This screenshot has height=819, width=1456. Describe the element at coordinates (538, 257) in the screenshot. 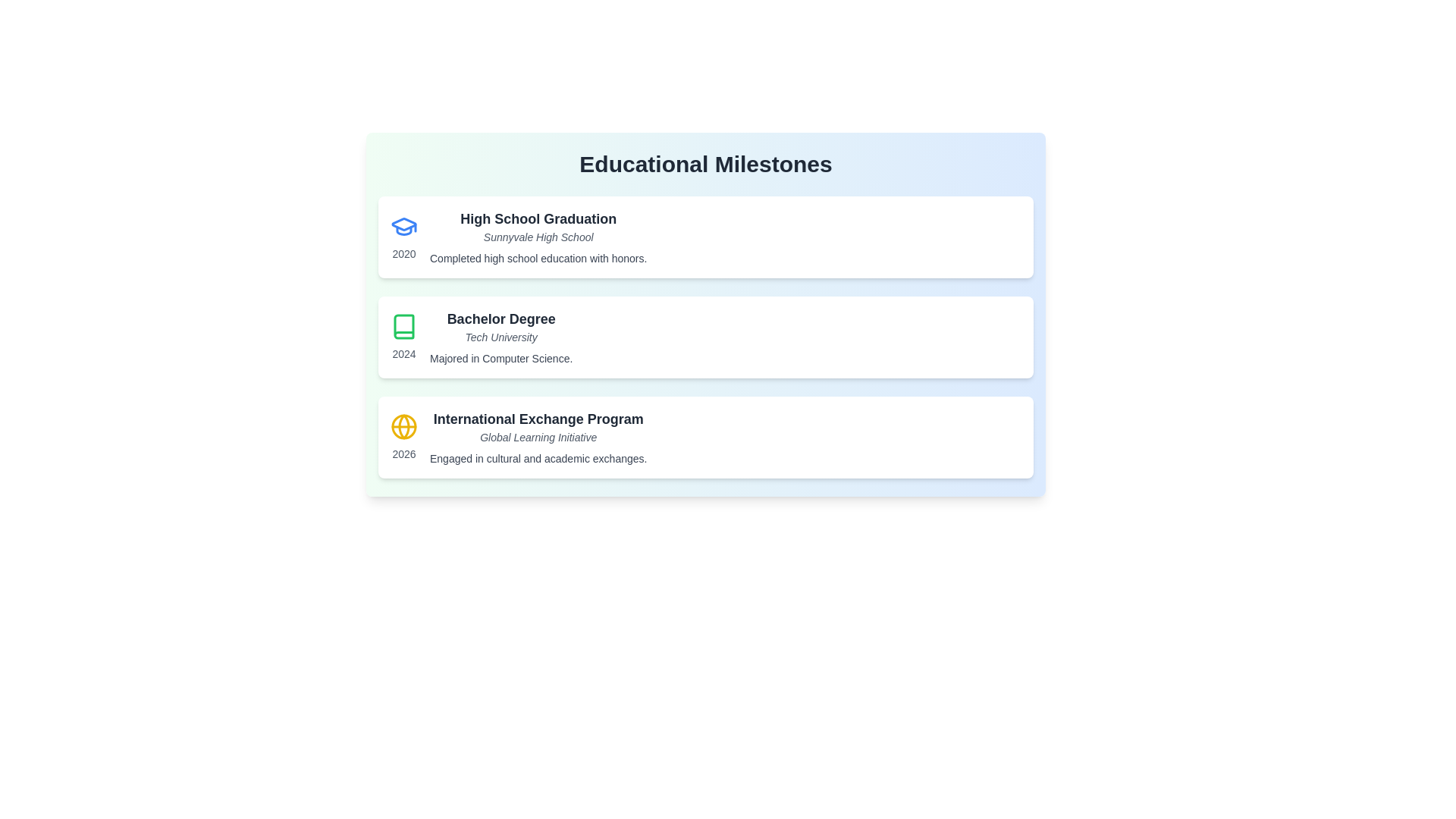

I see `text element displaying 'Completed high school education with honors.' located below the title 'High School Graduation' and subtitle 'Sunnyvale High School'` at that location.